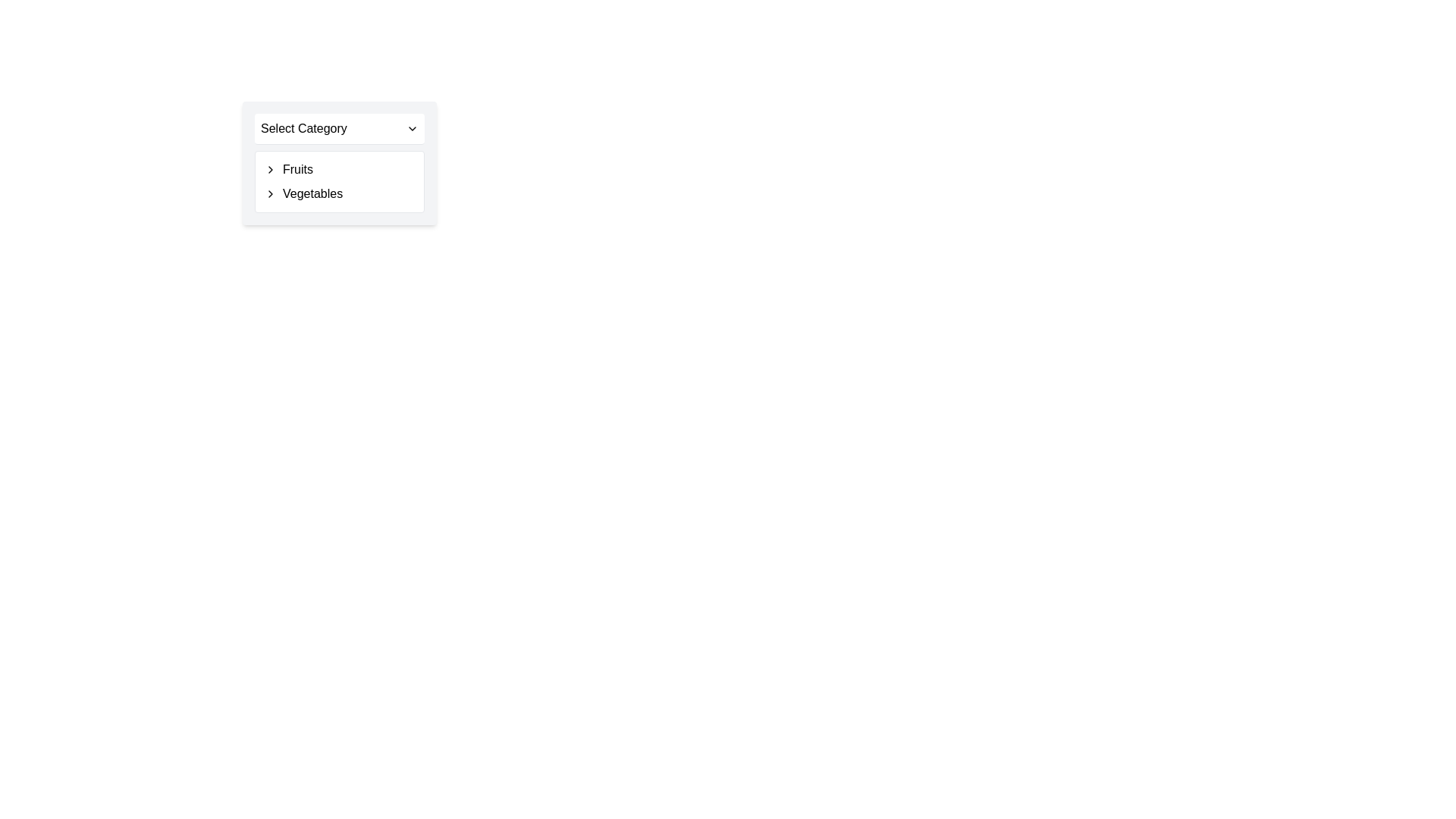  What do you see at coordinates (412, 127) in the screenshot?
I see `the downward-pointing chevron icon located to the right of the text 'Select Category'` at bounding box center [412, 127].